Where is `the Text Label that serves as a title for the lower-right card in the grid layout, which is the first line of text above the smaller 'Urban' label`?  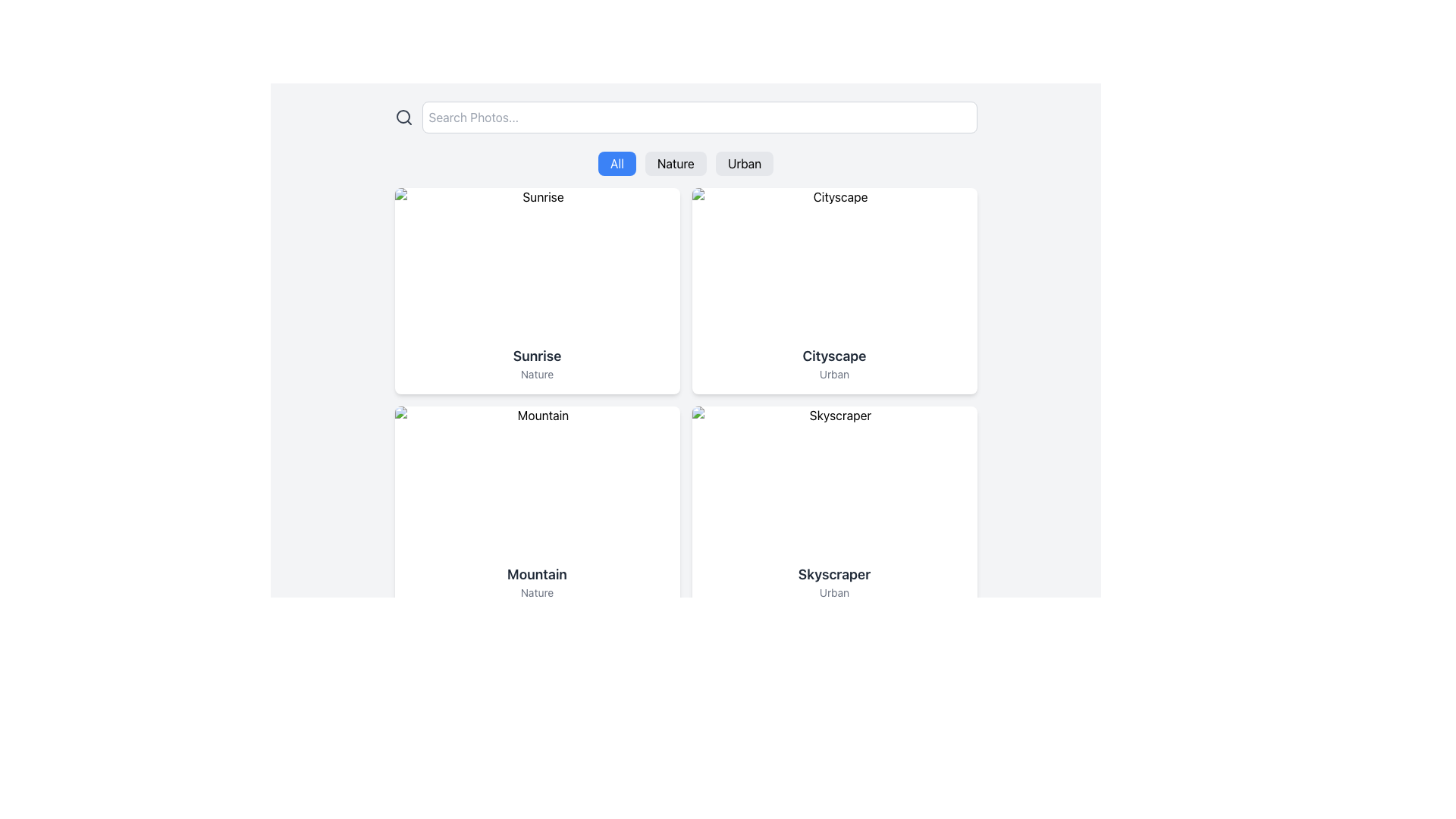
the Text Label that serves as a title for the lower-right card in the grid layout, which is the first line of text above the smaller 'Urban' label is located at coordinates (833, 575).